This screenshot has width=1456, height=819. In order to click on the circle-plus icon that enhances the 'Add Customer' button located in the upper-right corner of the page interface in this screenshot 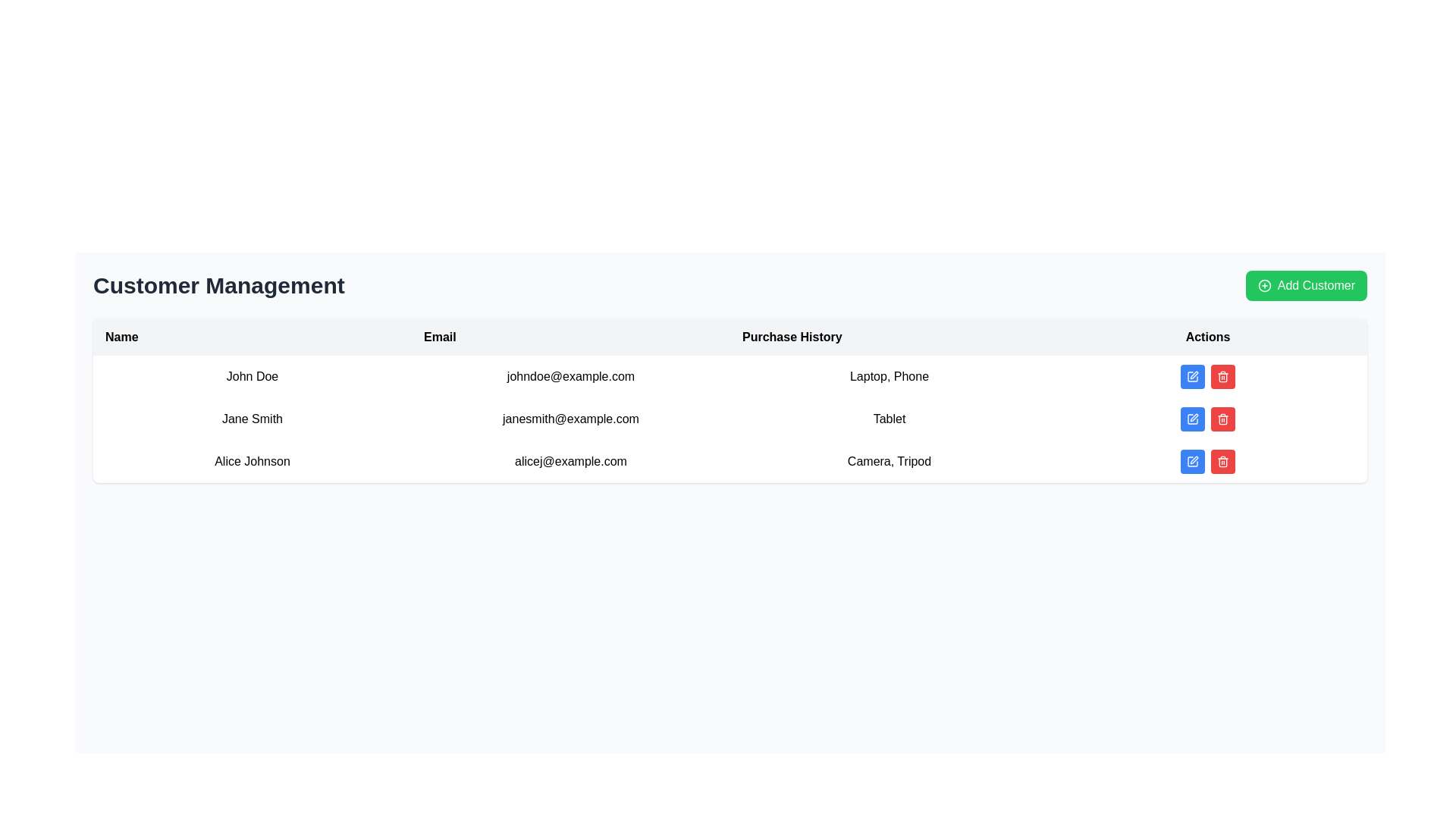, I will do `click(1264, 286)`.